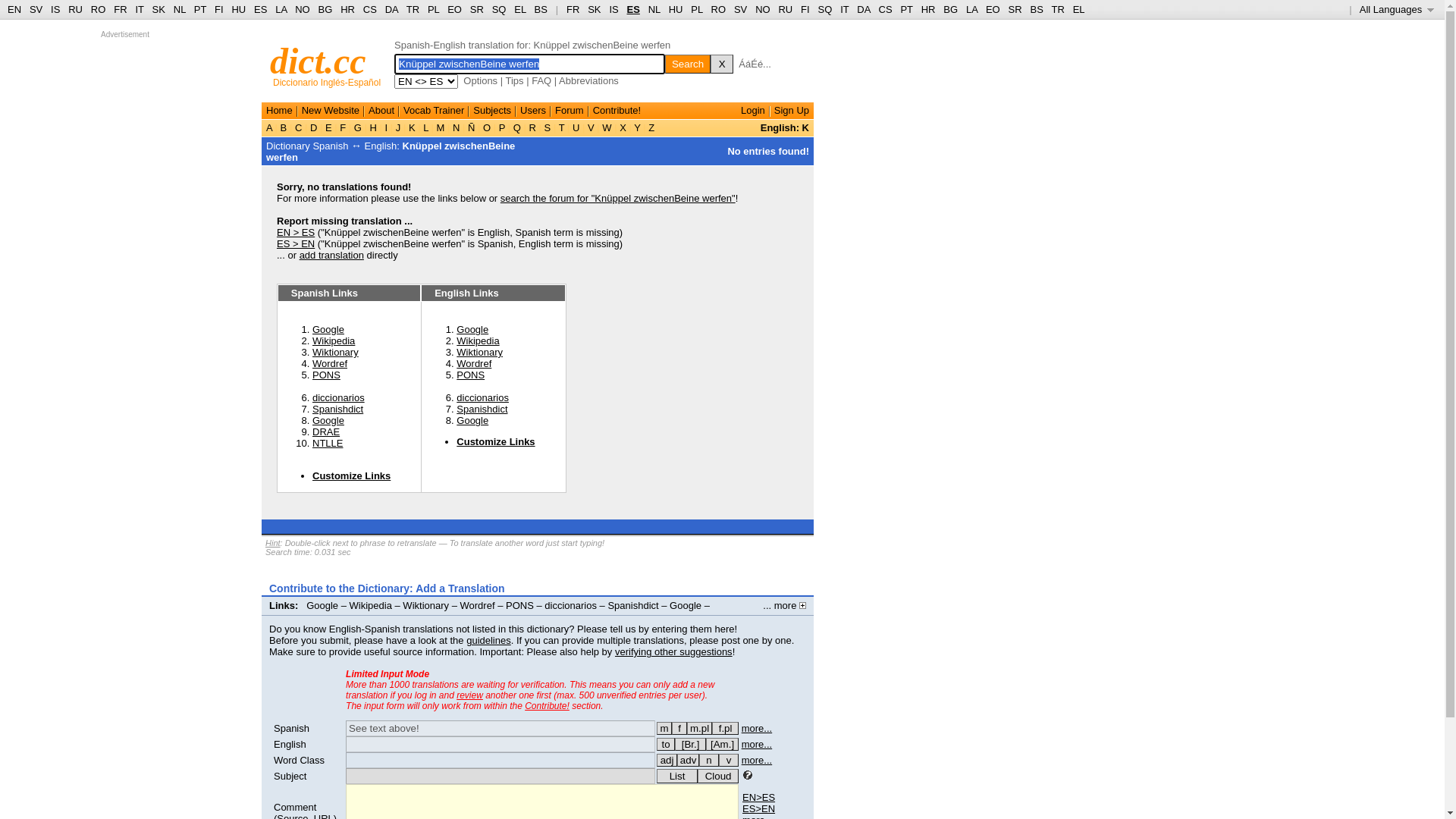 The height and width of the screenshot is (819, 1456). Describe the element at coordinates (572, 9) in the screenshot. I see `'FR'` at that location.